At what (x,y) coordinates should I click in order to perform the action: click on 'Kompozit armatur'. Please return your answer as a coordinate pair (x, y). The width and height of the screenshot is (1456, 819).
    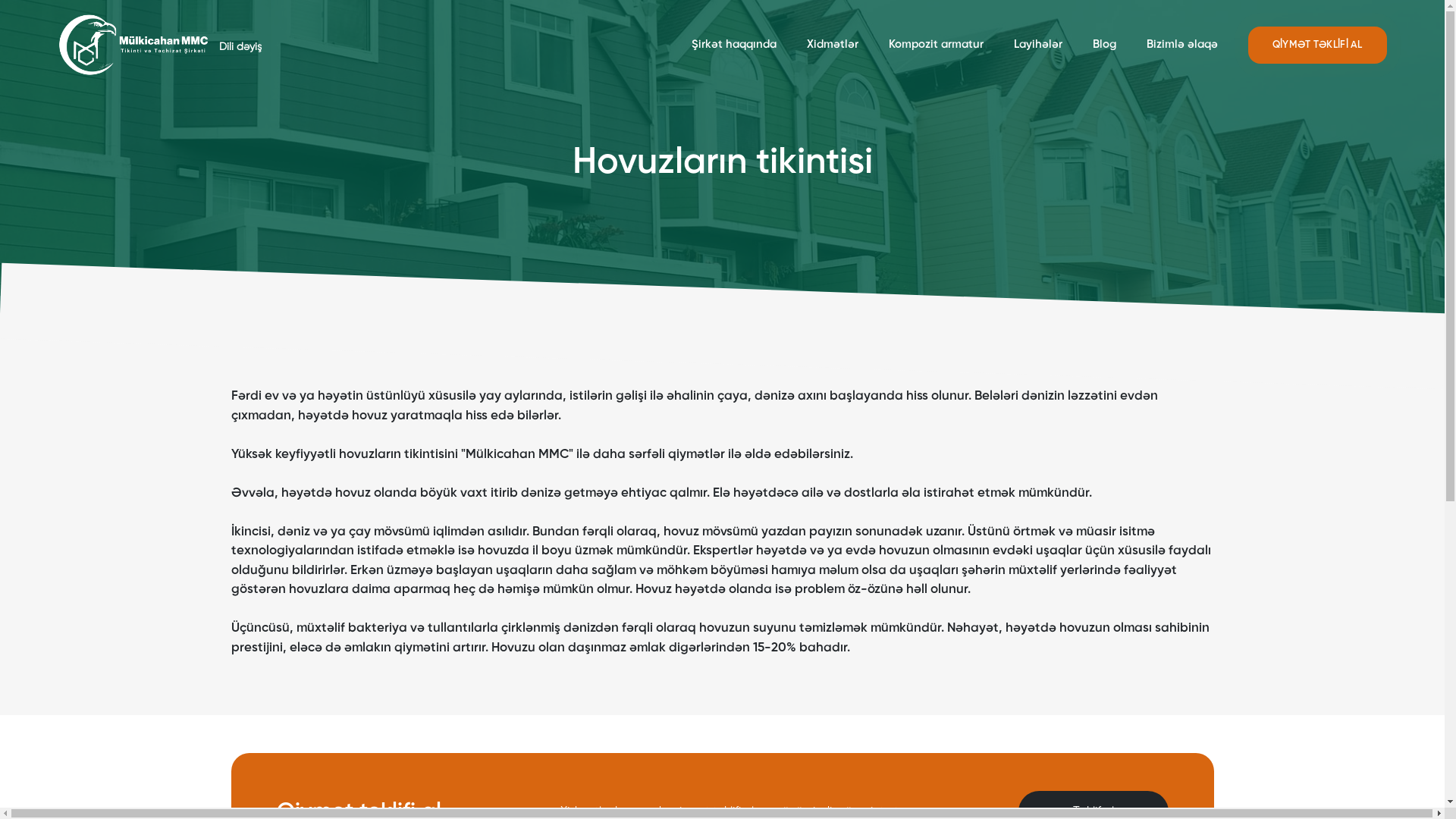
    Looking at the image, I should click on (935, 43).